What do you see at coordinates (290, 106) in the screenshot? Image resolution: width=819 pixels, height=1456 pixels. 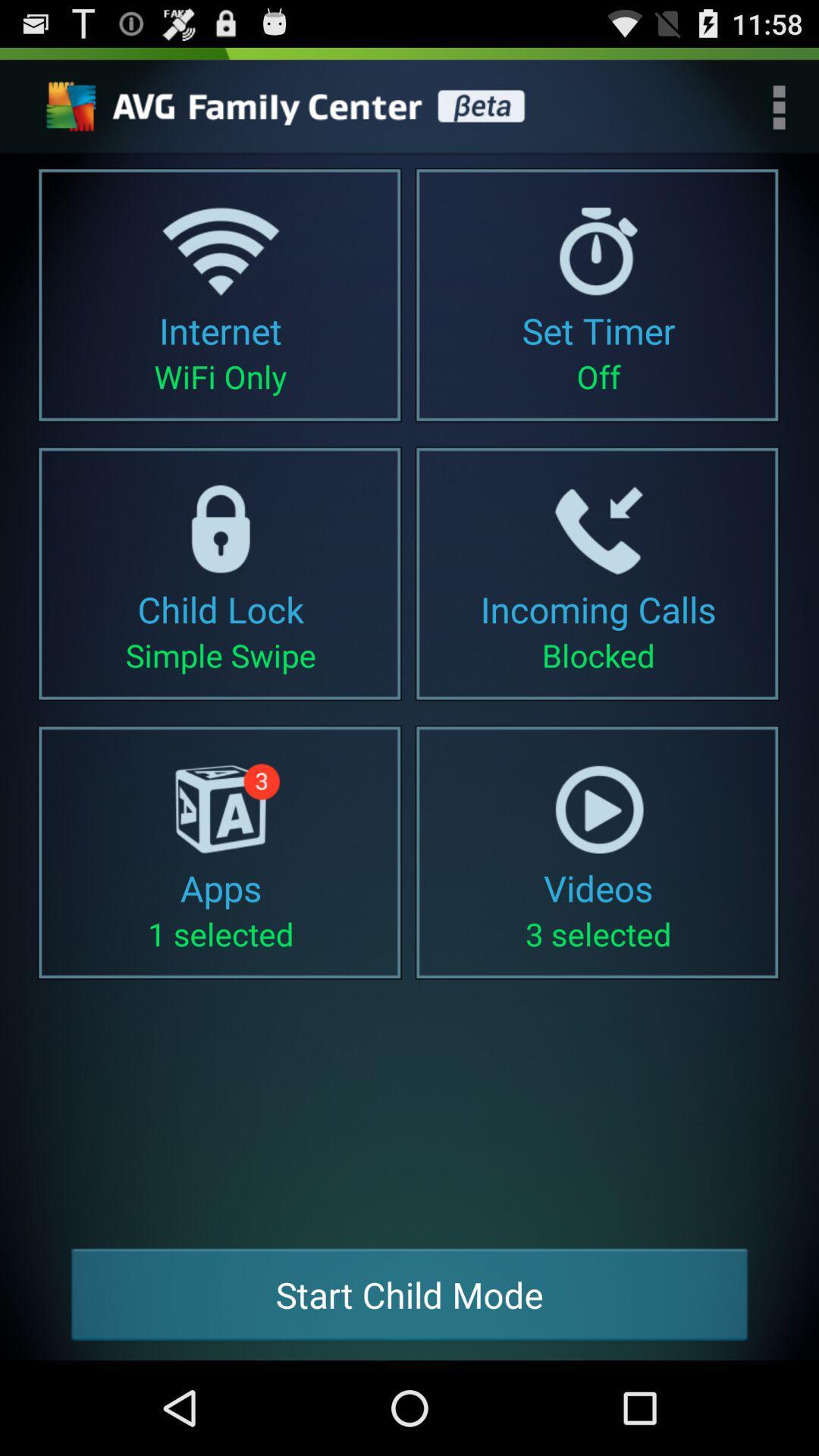 I see `new pega` at bounding box center [290, 106].